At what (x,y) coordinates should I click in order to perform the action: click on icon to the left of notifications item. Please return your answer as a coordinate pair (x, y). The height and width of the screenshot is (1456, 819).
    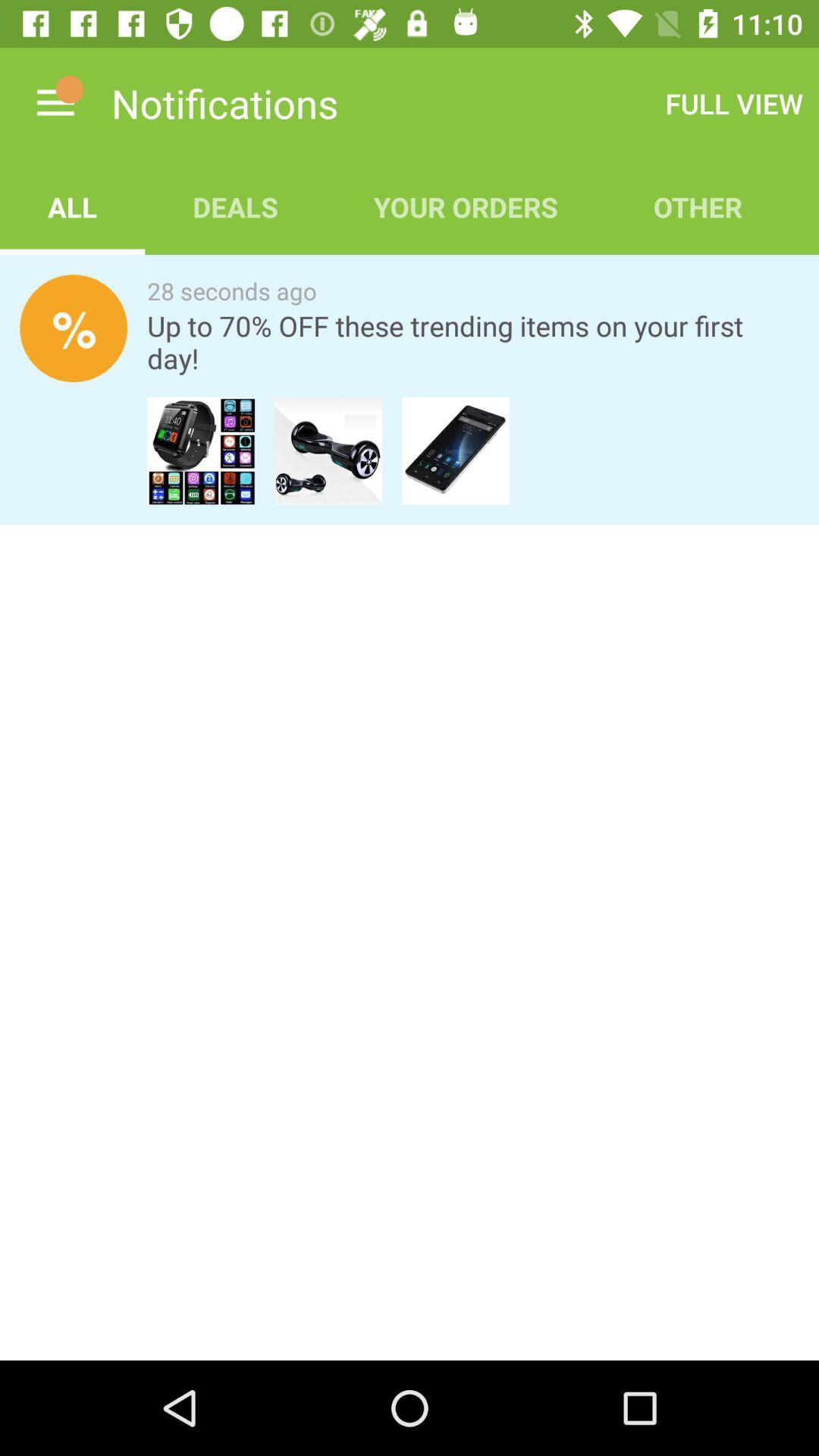
    Looking at the image, I should click on (55, 102).